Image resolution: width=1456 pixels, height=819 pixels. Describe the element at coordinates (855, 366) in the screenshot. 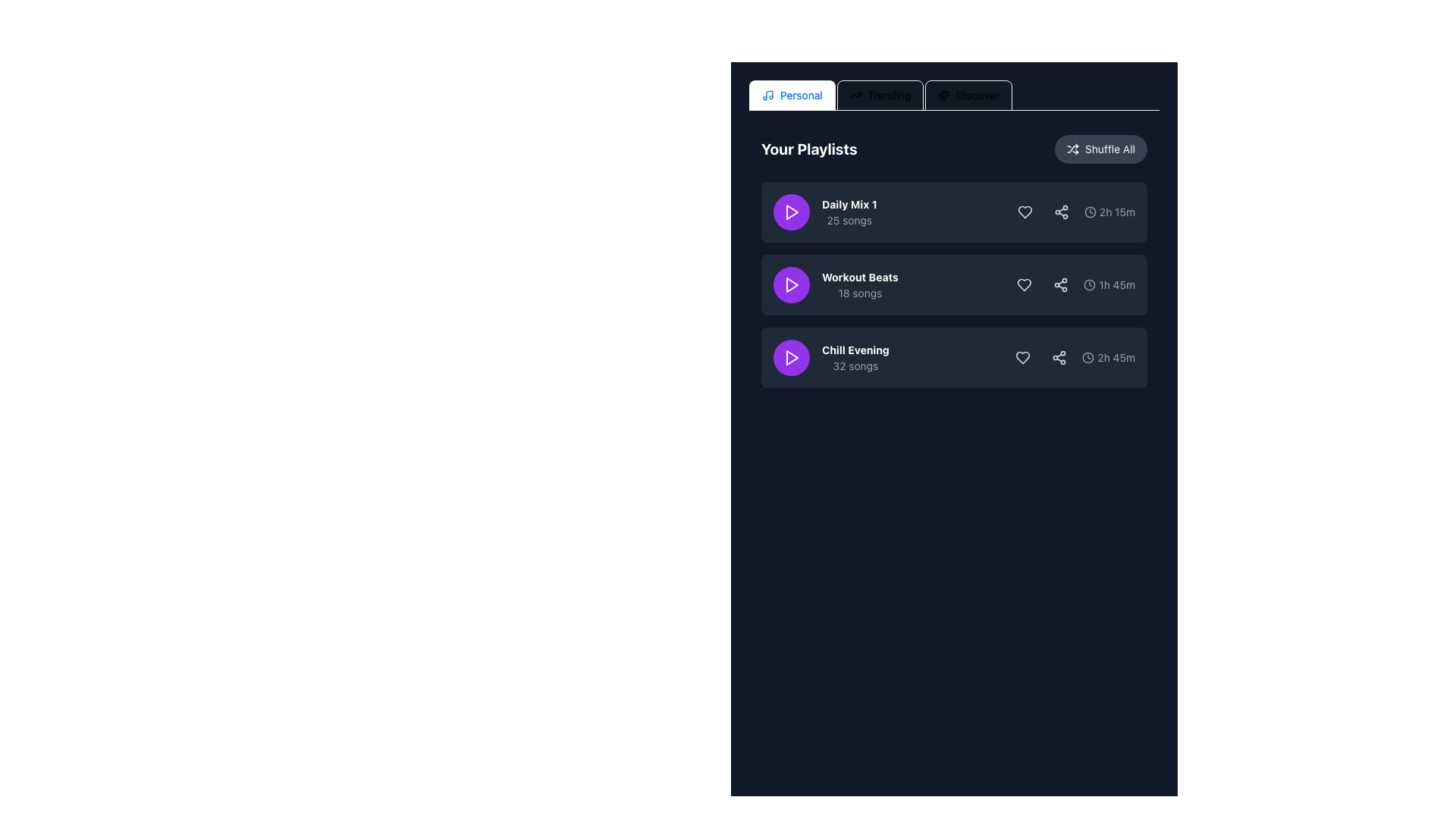

I see `the text label displaying '32 songs' located beneath 'Chill Evening' in the third playlist card` at that location.